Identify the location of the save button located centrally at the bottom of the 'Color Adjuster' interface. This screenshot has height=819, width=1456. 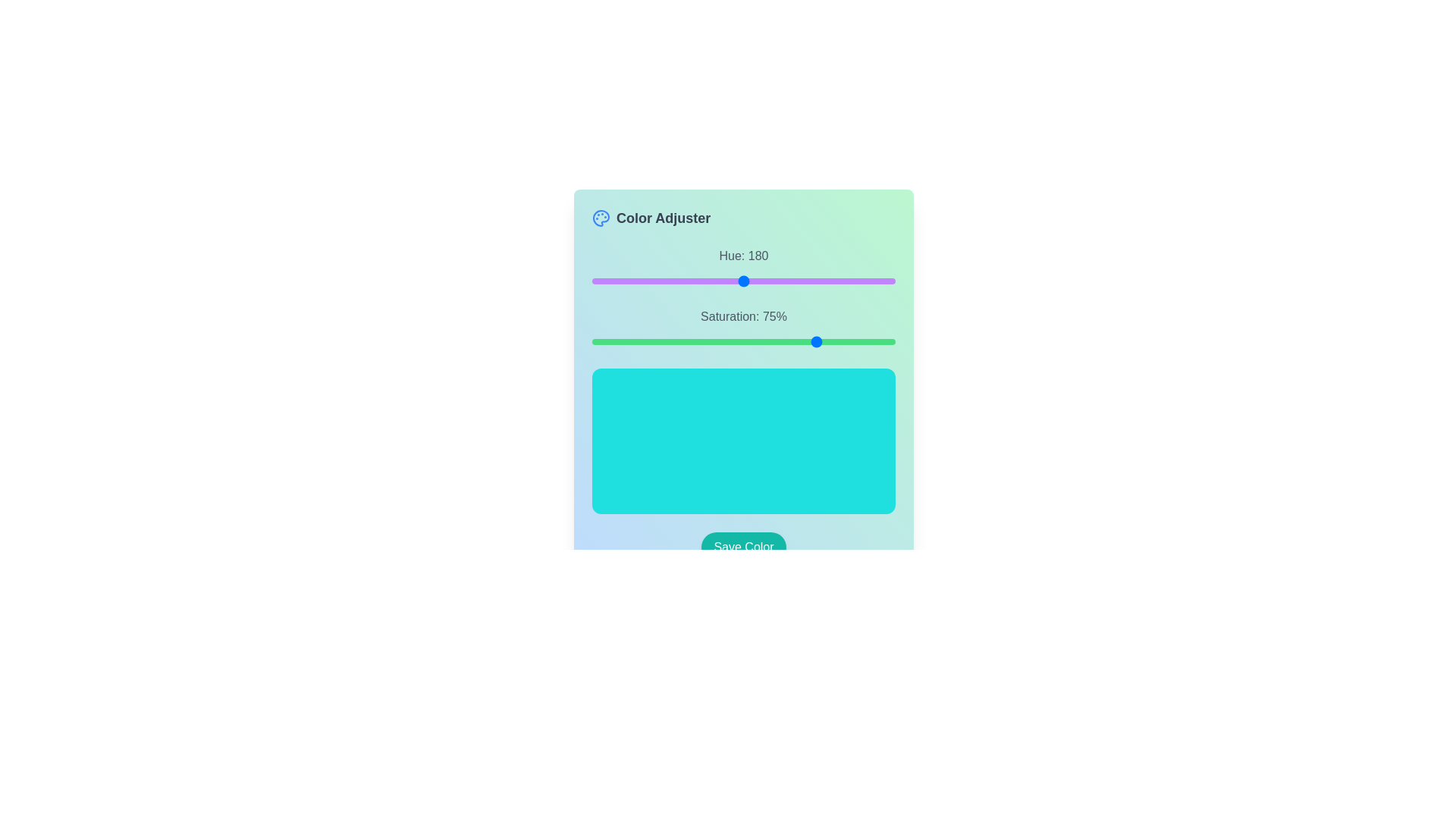
(743, 547).